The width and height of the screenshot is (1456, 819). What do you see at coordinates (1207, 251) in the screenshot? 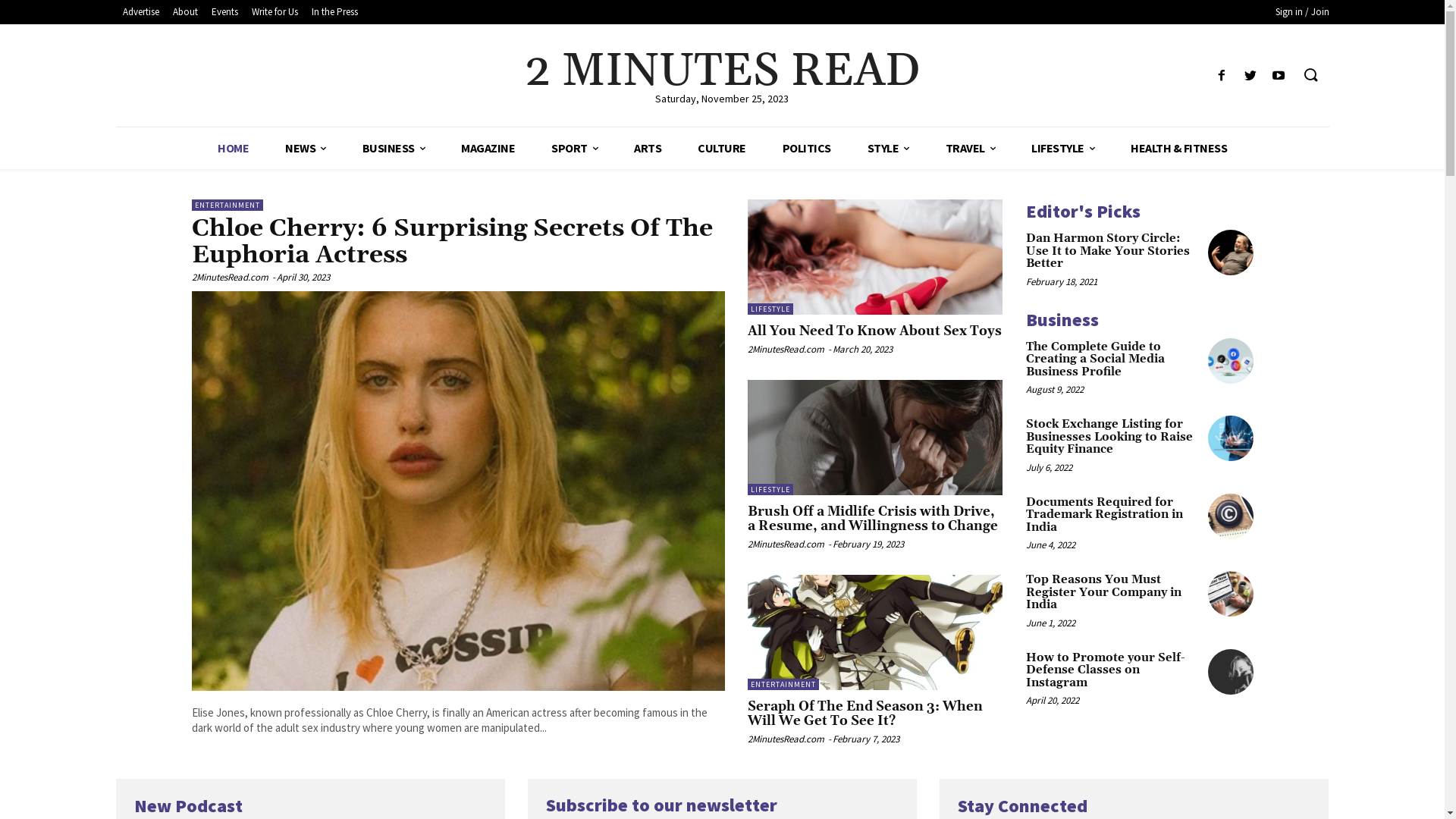
I see `'Dan Harmon Story Circle: Use It to Make Your Stories Better'` at bounding box center [1207, 251].